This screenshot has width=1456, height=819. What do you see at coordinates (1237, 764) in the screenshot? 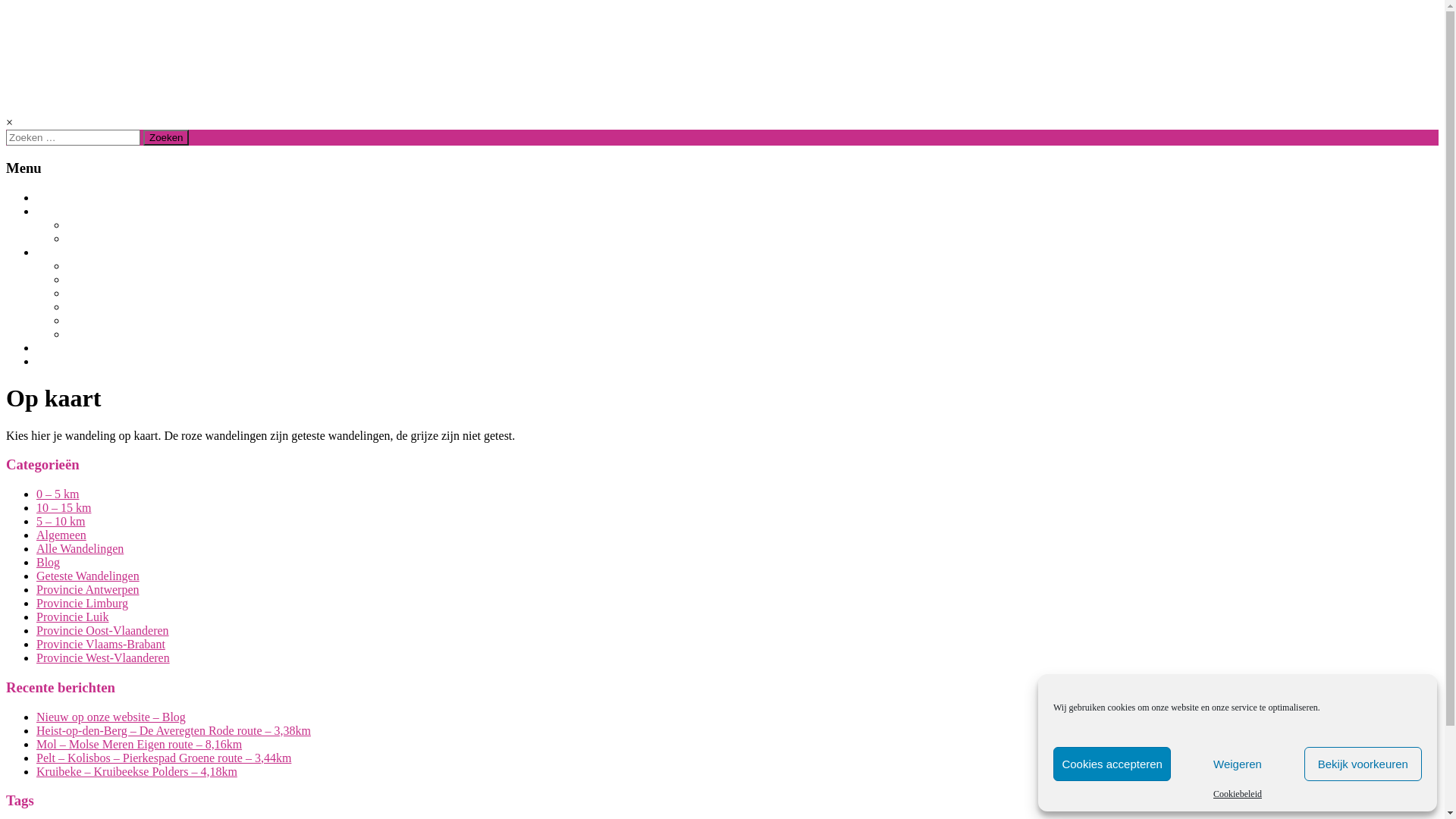
I see `'Weigeren'` at bounding box center [1237, 764].